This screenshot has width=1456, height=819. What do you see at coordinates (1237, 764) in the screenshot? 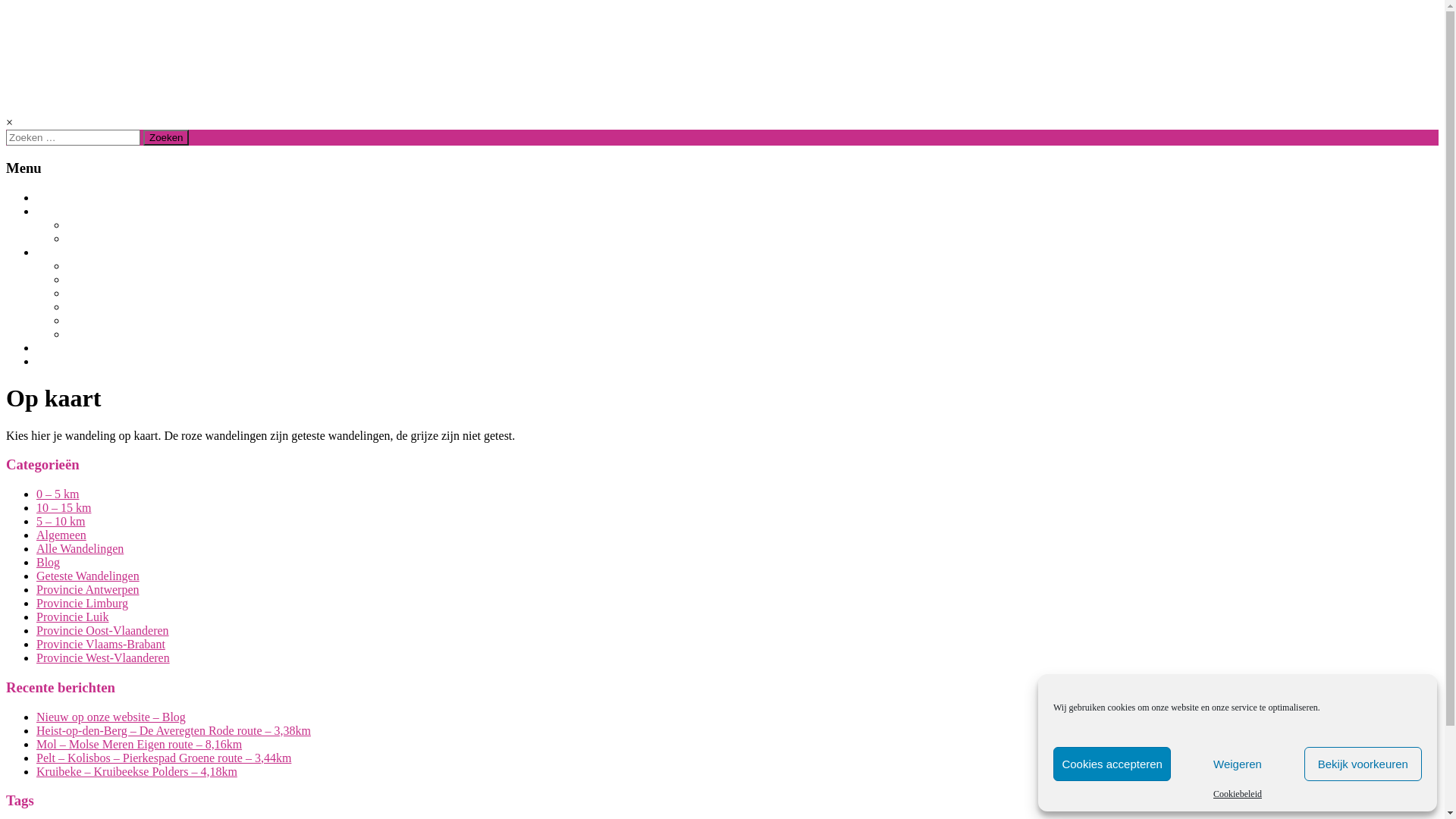
I see `'Weigeren'` at bounding box center [1237, 764].